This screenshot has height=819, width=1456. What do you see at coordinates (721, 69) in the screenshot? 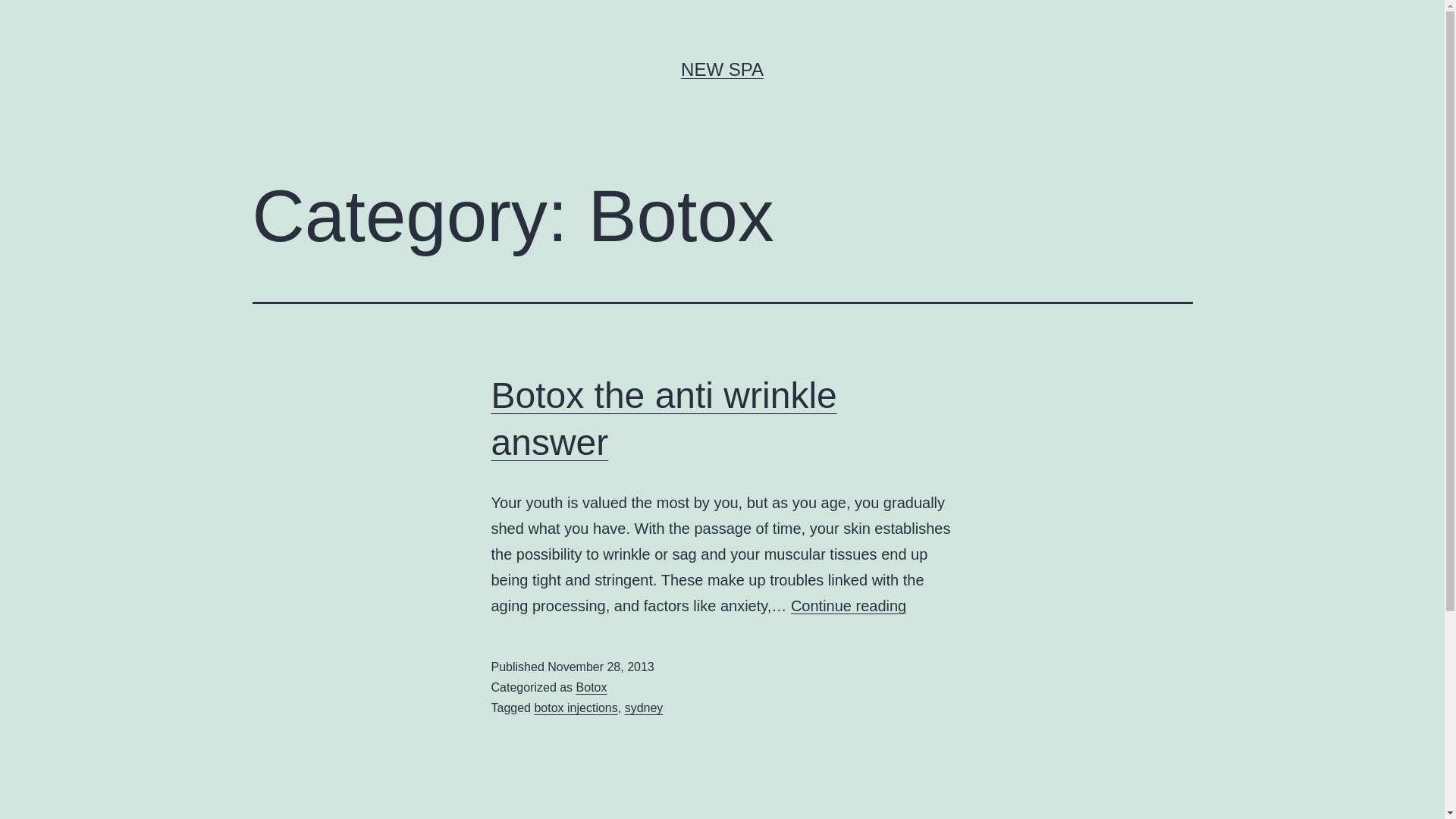
I see `'NEW SPA'` at bounding box center [721, 69].